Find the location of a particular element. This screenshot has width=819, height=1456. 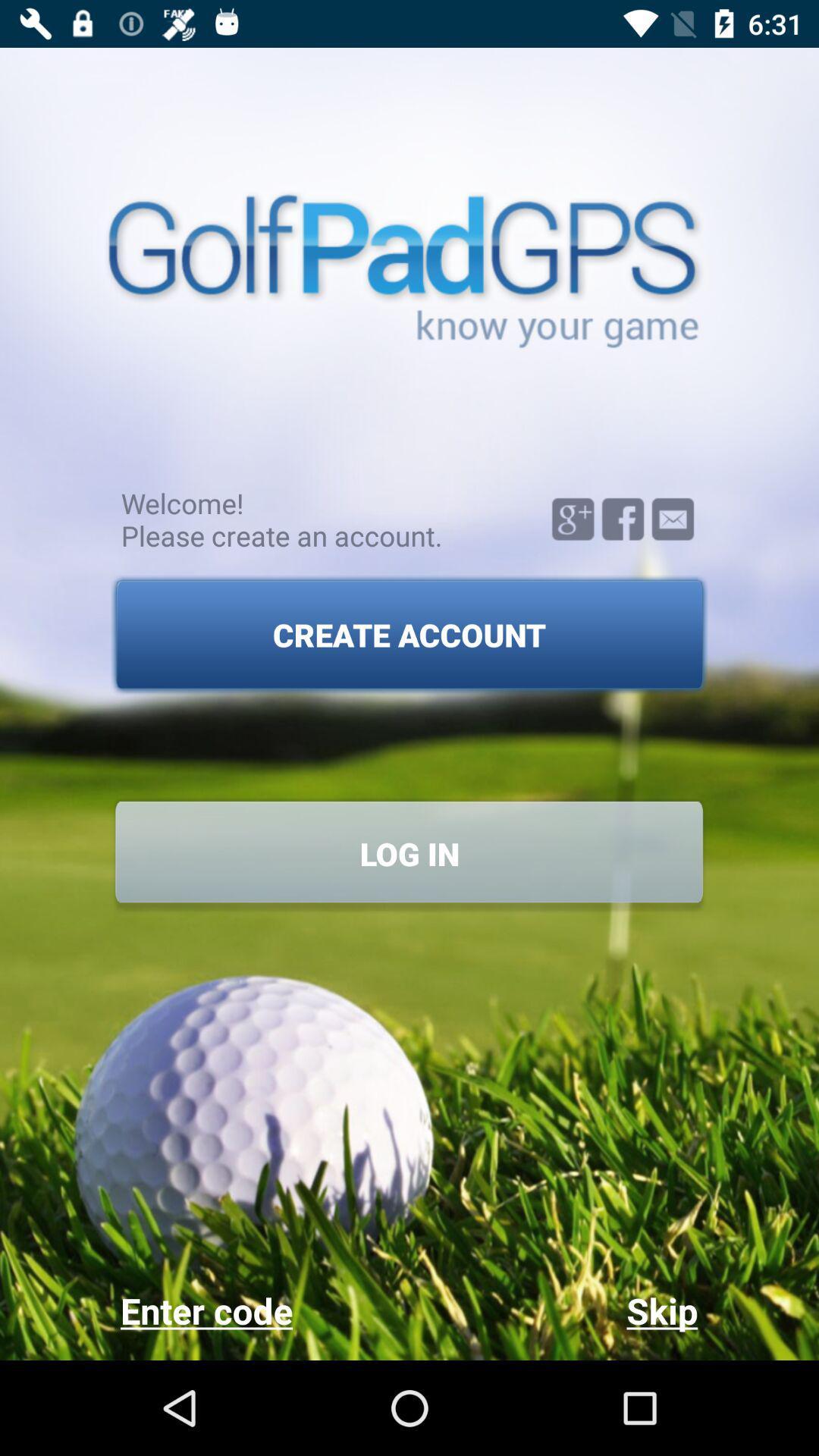

the item next to enter code item is located at coordinates (553, 1310).